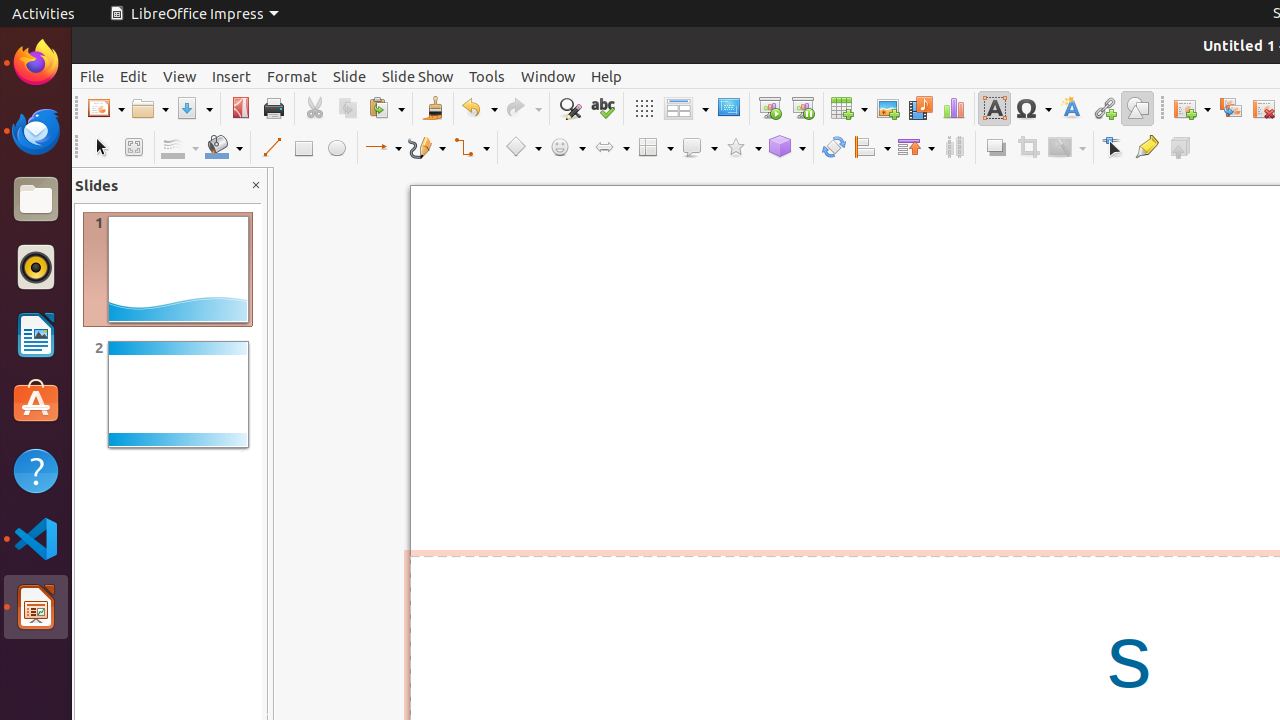  Describe the element at coordinates (699, 146) in the screenshot. I see `'Callout Shapes'` at that location.